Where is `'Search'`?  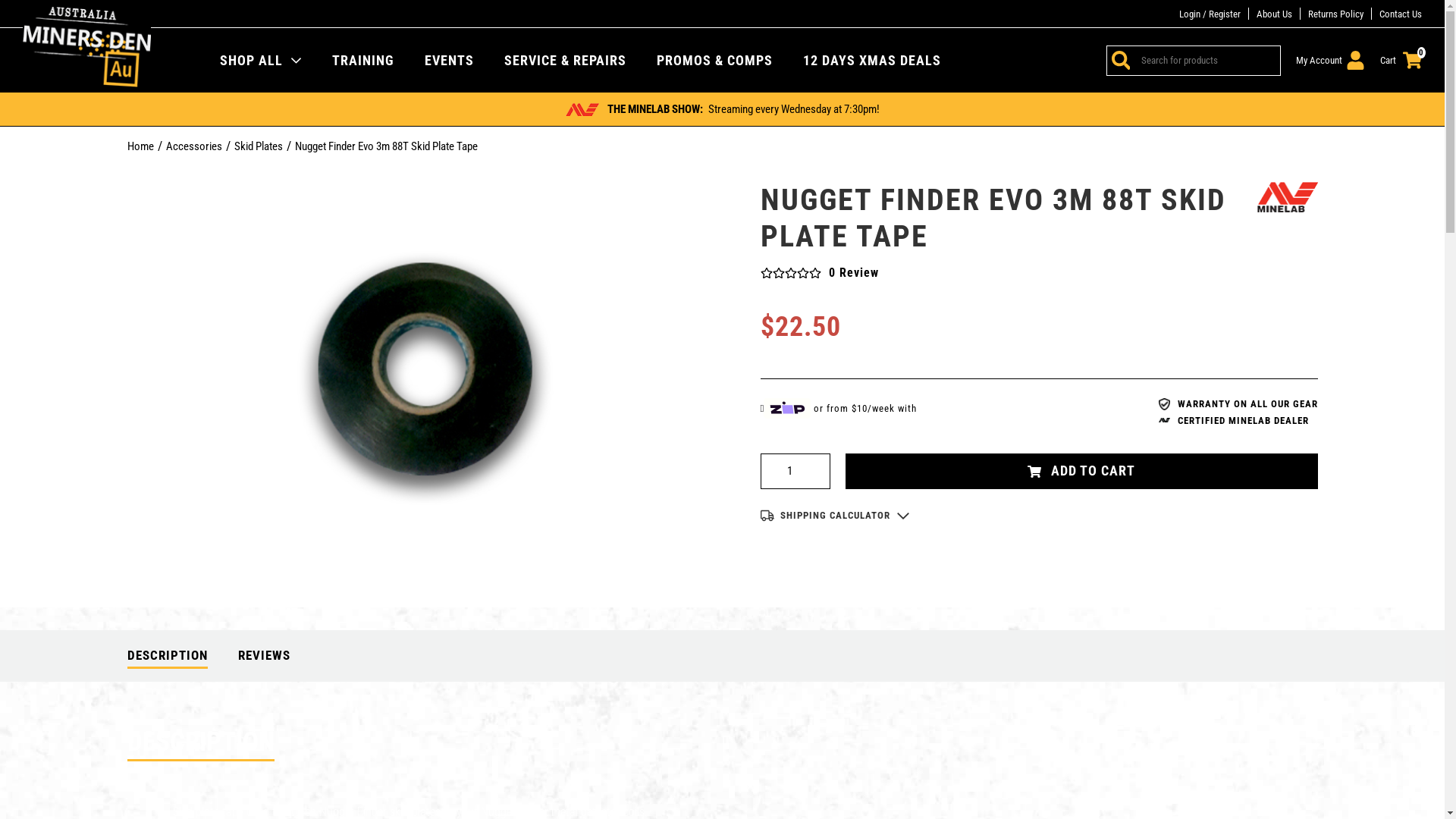 'Search' is located at coordinates (1118, 58).